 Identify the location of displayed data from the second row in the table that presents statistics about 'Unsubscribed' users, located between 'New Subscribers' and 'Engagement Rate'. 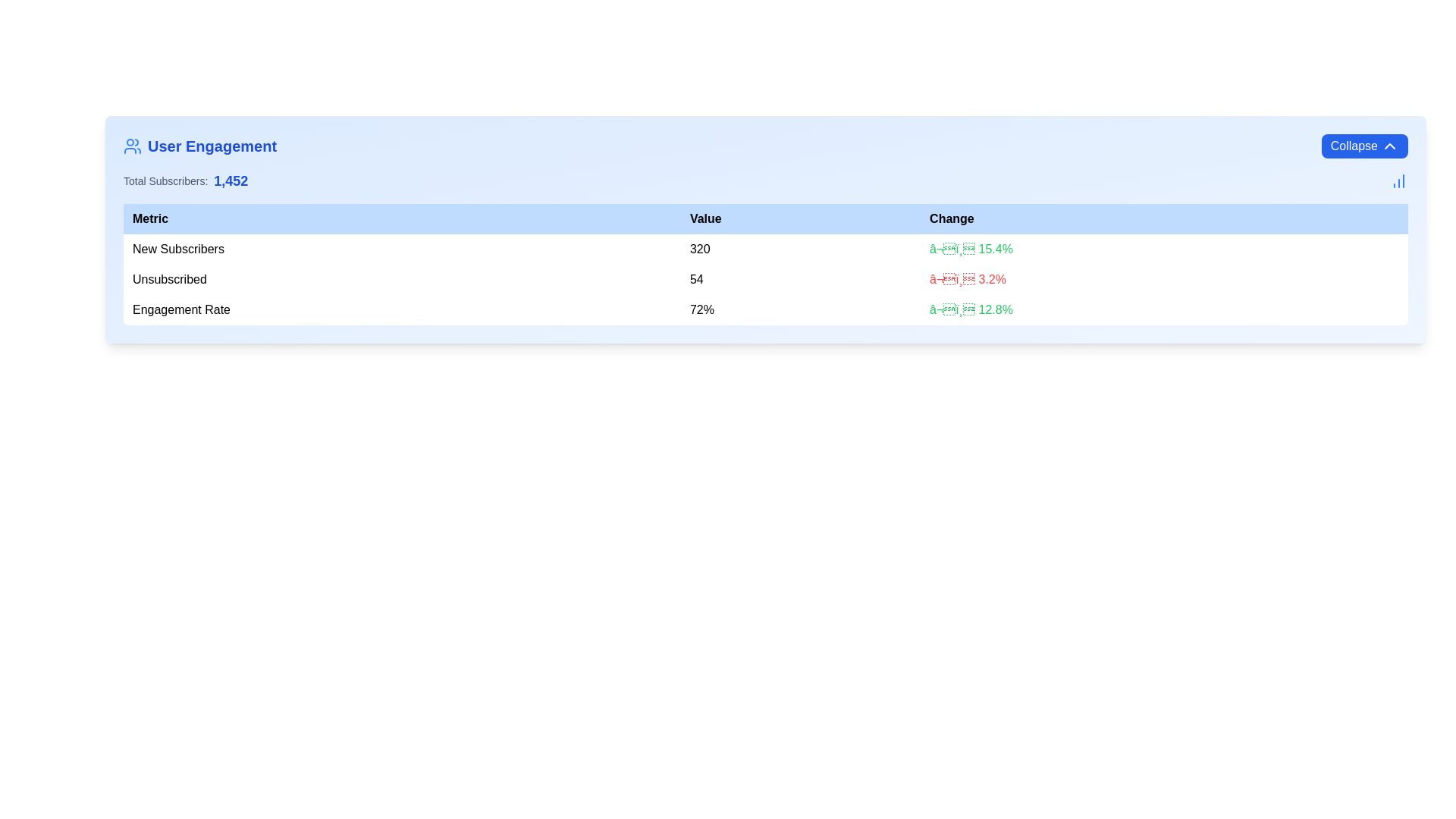
(765, 280).